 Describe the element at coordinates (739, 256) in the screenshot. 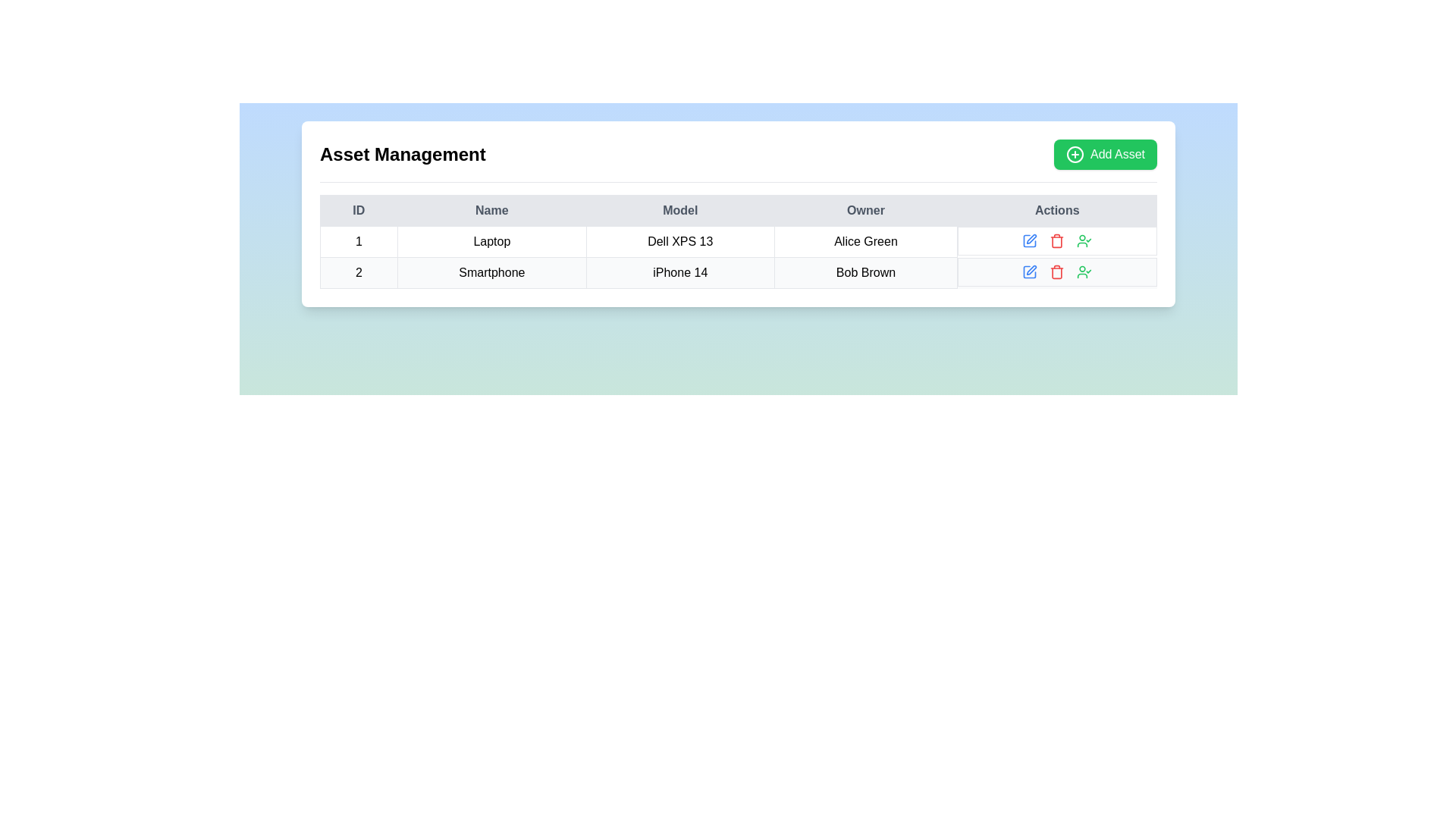

I see `the first data-entry row` at that location.